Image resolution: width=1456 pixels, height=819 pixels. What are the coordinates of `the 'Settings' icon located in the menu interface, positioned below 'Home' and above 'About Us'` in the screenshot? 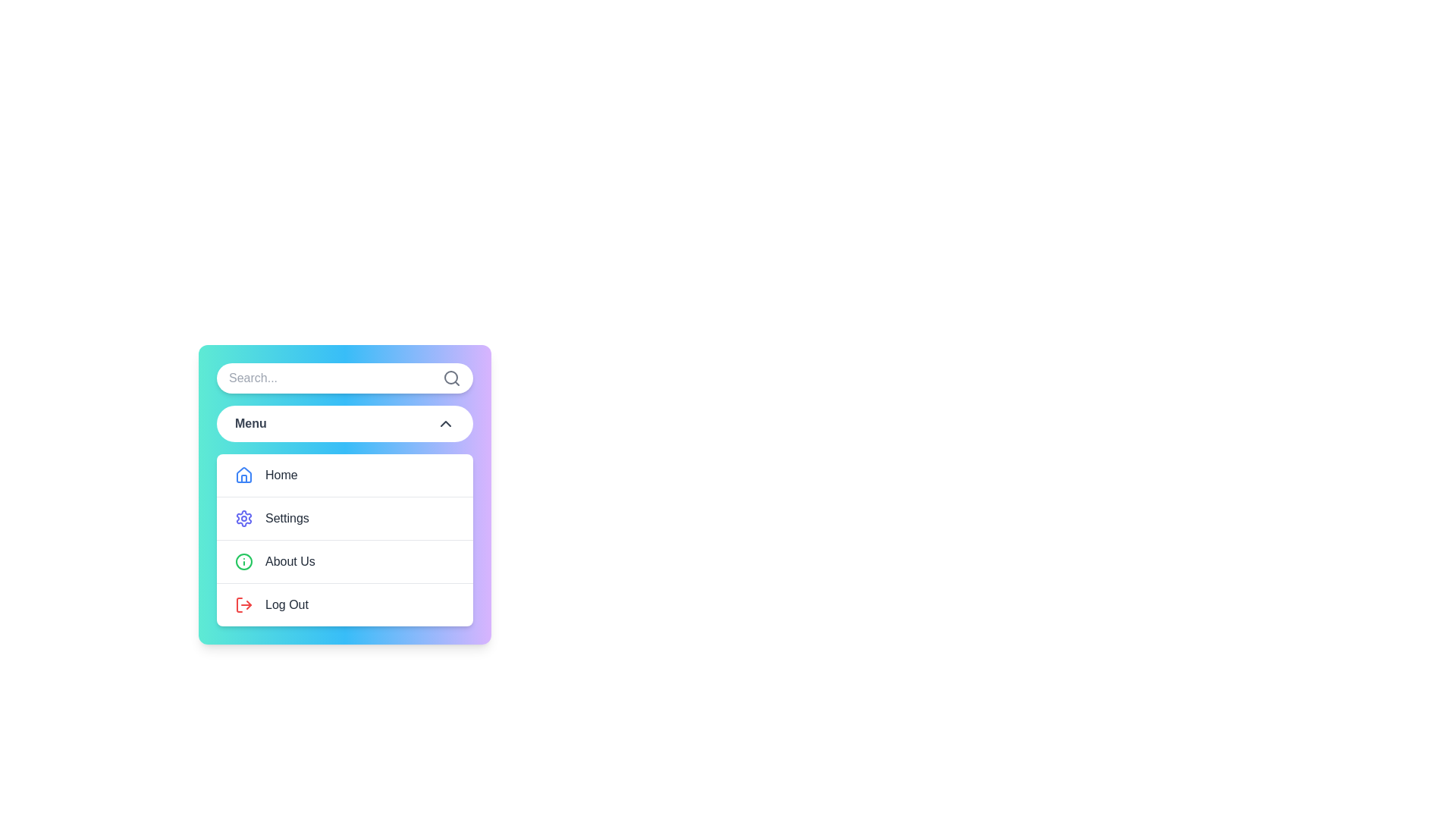 It's located at (243, 517).